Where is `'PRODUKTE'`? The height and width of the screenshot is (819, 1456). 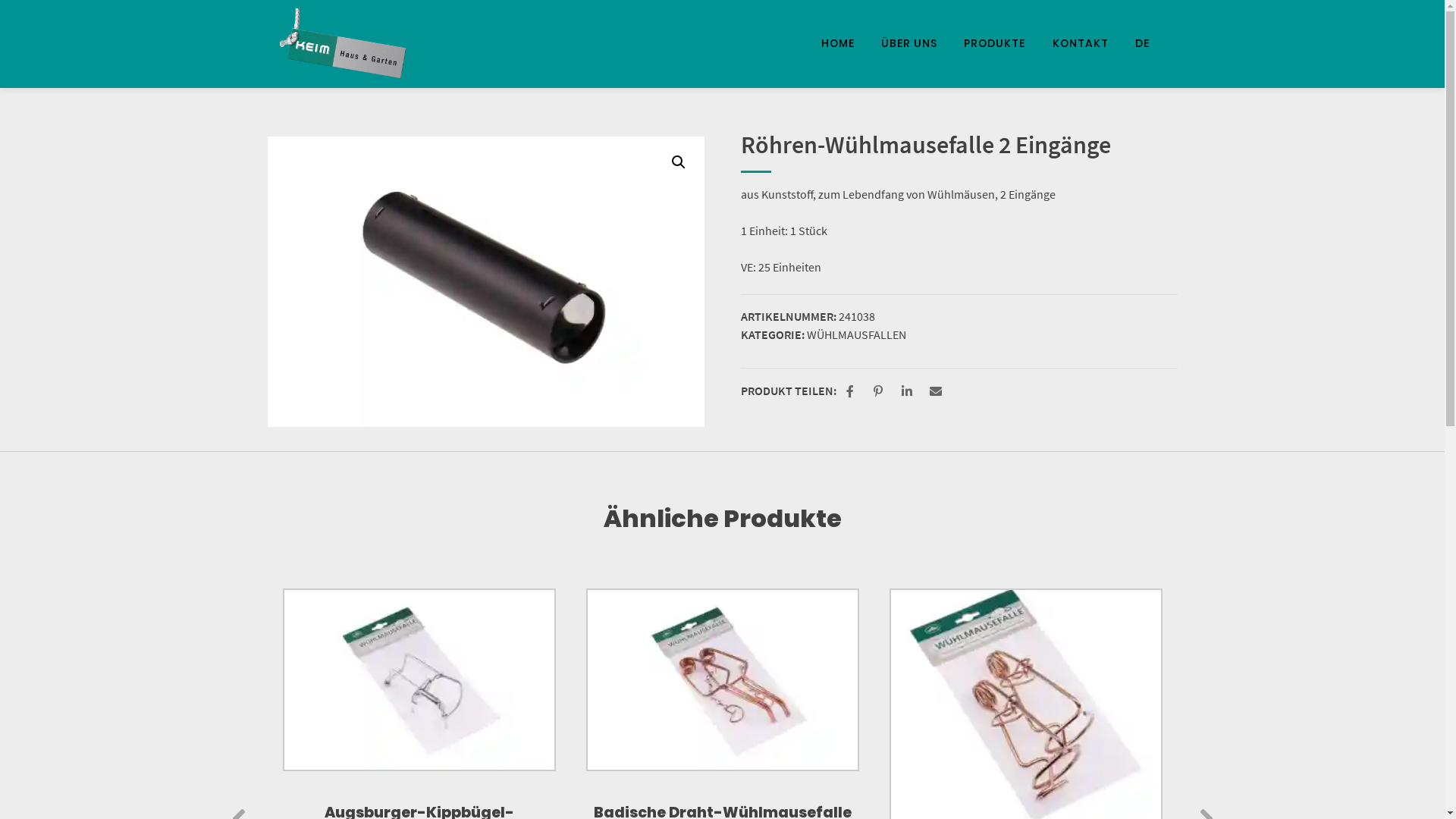 'PRODUKTE' is located at coordinates (994, 42).